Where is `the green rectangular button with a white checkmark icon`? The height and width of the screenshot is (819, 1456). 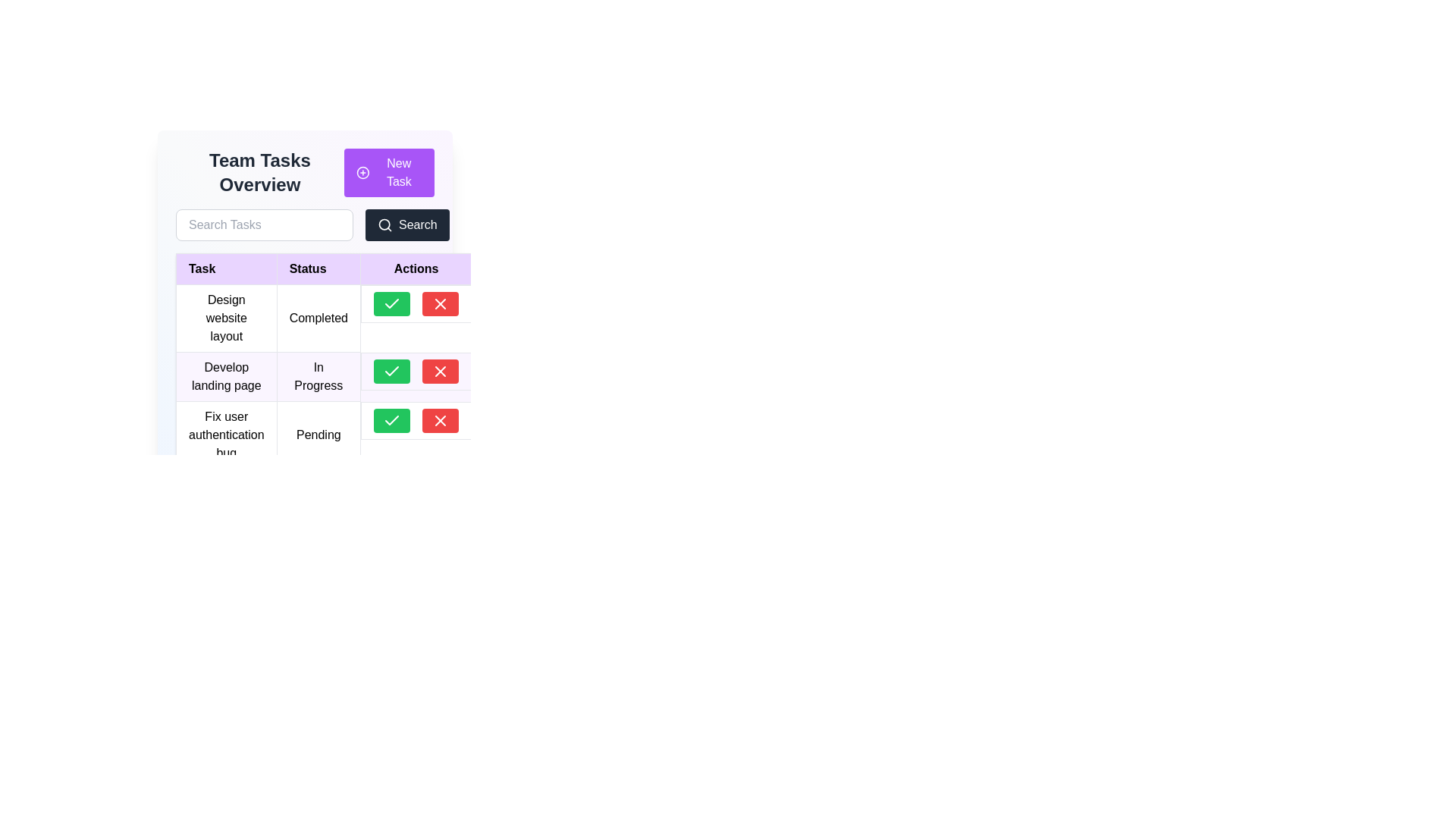 the green rectangular button with a white checkmark icon is located at coordinates (392, 420).